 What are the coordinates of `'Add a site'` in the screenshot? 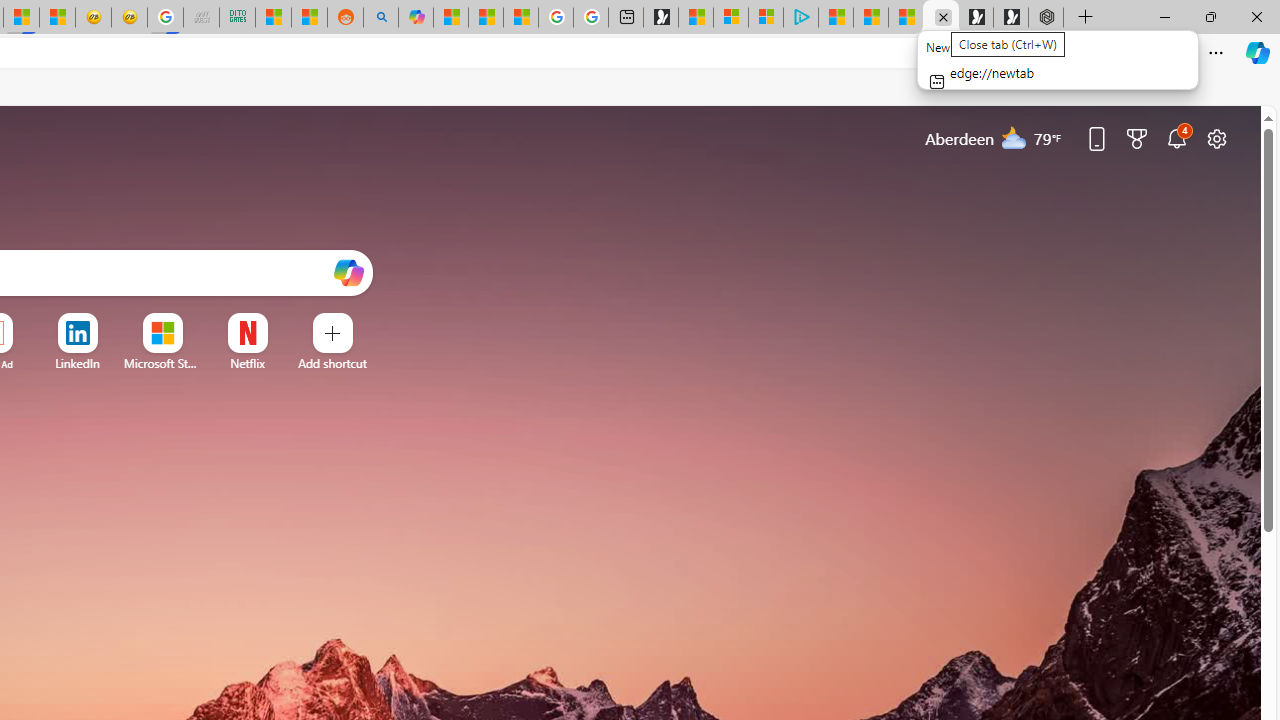 It's located at (332, 363).